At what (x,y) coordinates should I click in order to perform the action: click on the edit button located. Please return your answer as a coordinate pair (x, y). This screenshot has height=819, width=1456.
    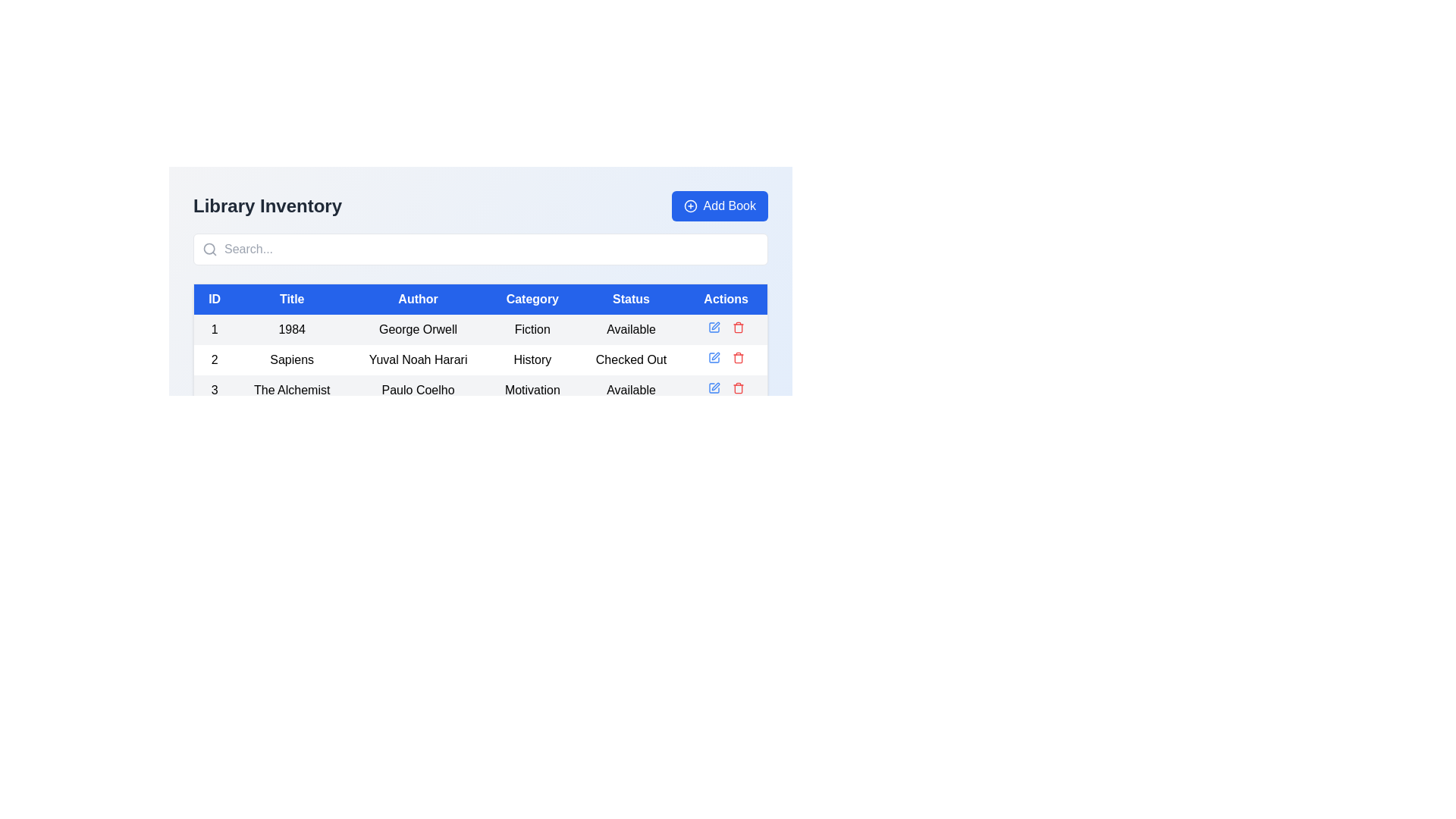
    Looking at the image, I should click on (713, 357).